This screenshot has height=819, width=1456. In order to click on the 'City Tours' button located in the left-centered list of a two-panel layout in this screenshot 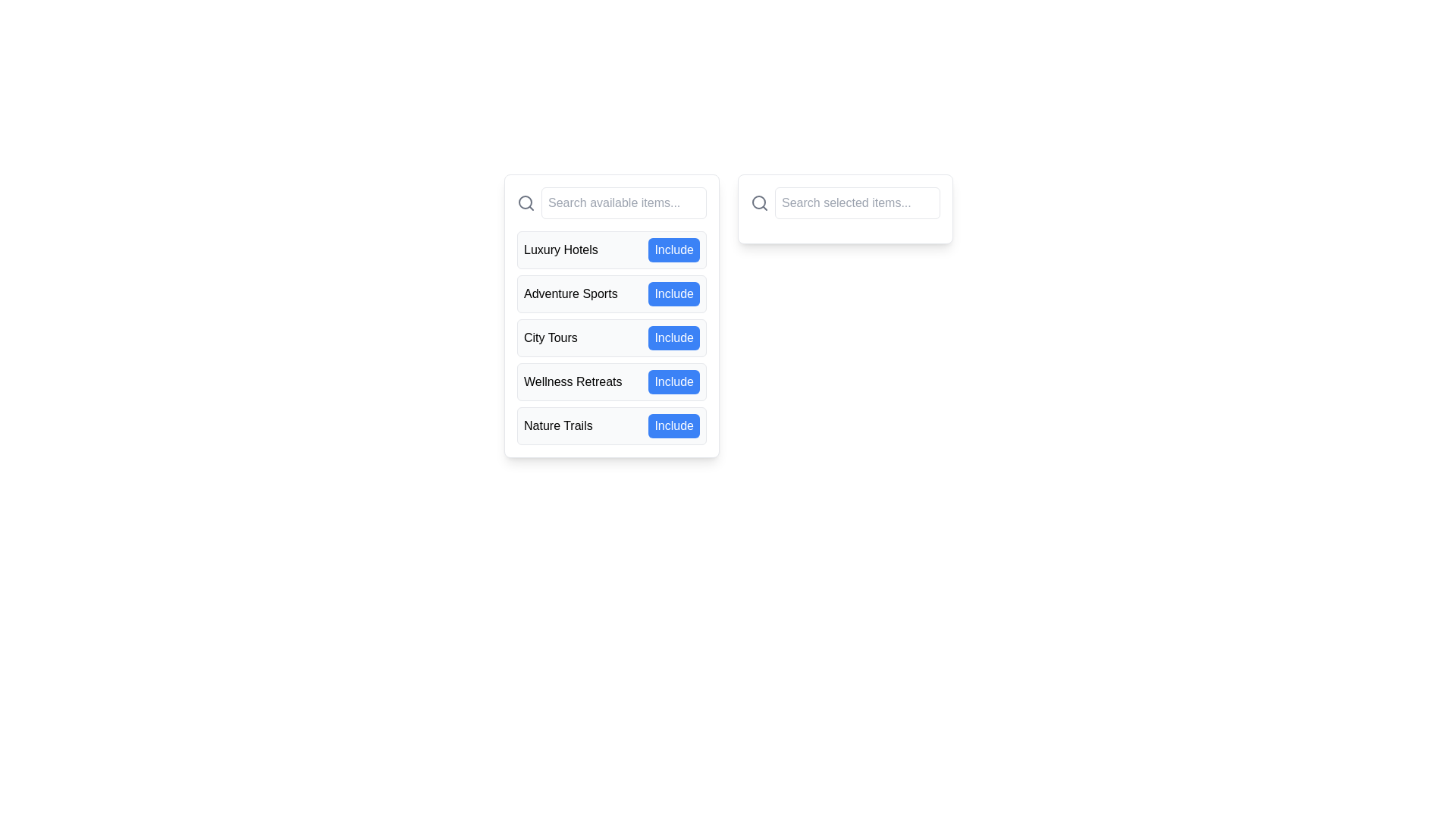, I will do `click(673, 337)`.